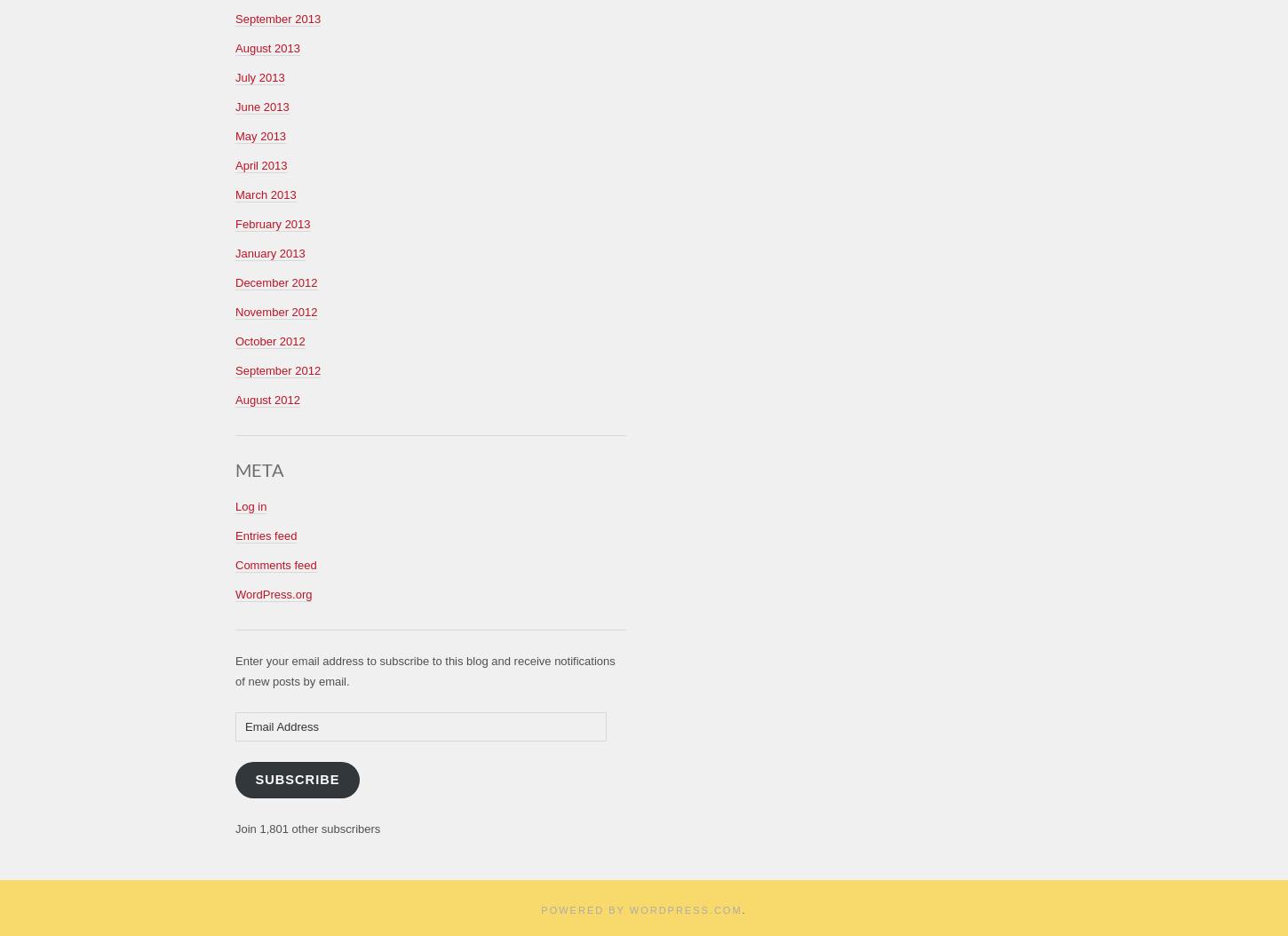  I want to click on 'Log in', so click(250, 505).